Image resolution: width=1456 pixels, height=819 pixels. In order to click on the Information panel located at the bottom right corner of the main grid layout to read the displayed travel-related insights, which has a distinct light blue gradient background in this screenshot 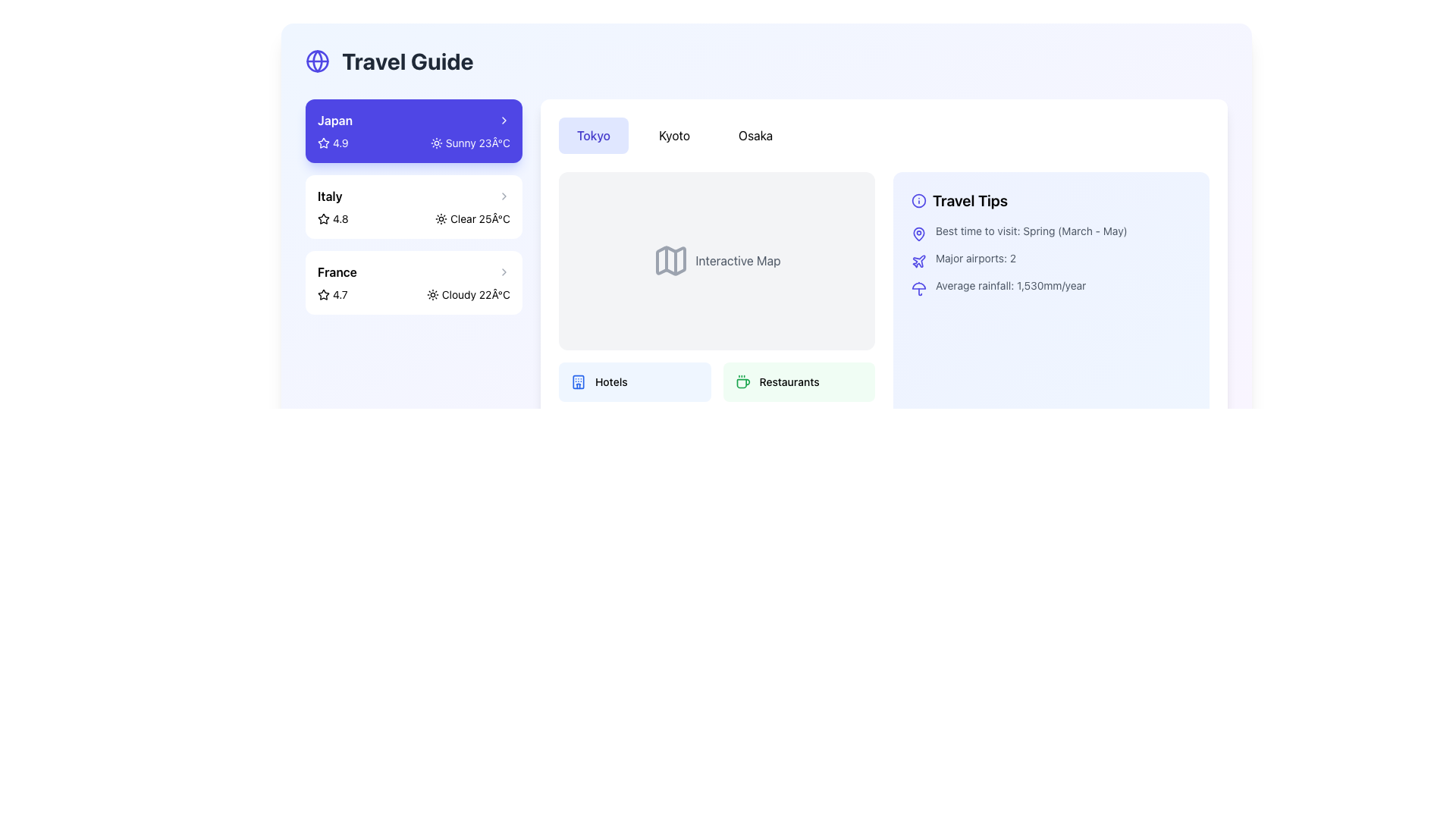, I will do `click(1050, 312)`.